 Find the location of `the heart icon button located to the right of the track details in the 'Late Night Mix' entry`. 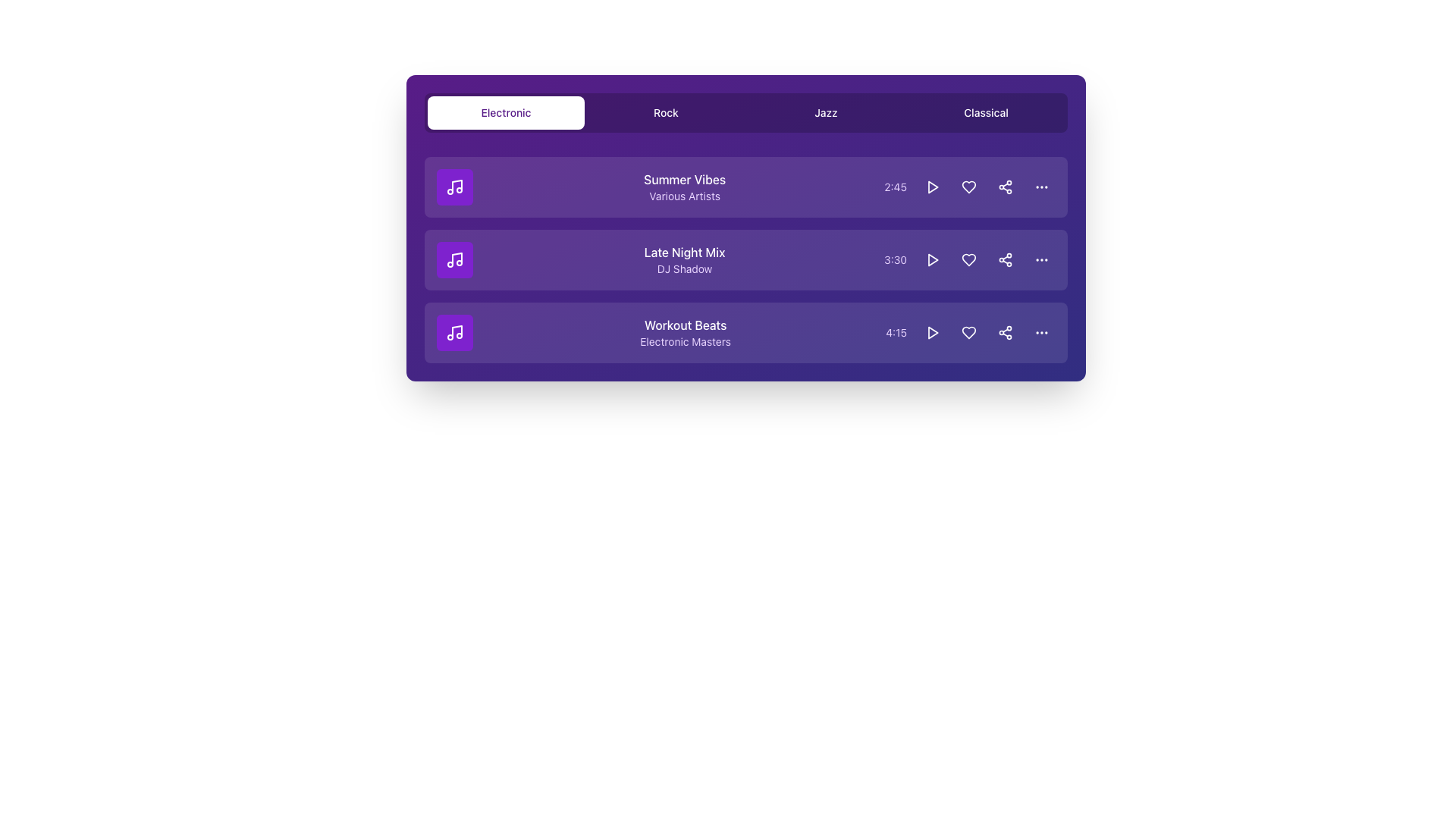

the heart icon button located to the right of the track details in the 'Late Night Mix' entry is located at coordinates (968, 259).